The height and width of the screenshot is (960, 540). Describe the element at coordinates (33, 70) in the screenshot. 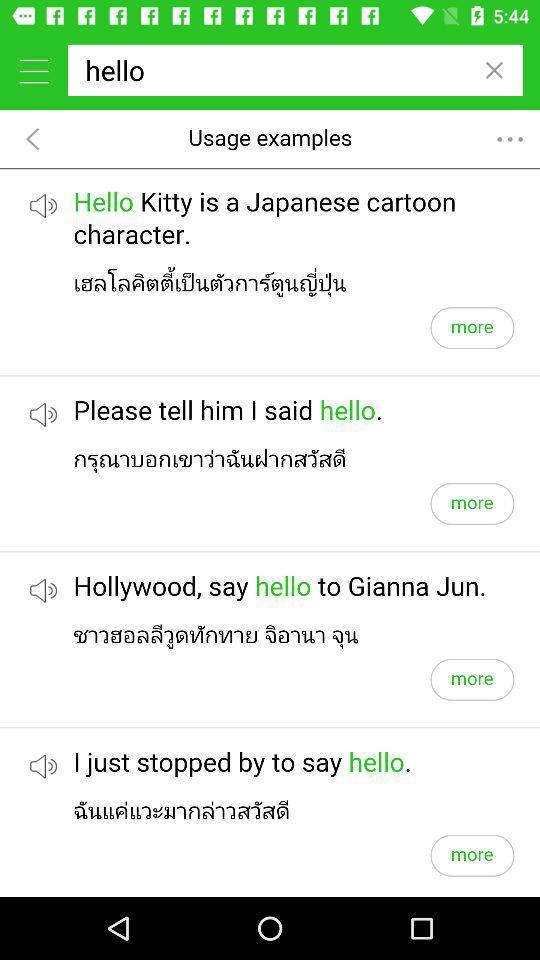

I see `the menu icon` at that location.